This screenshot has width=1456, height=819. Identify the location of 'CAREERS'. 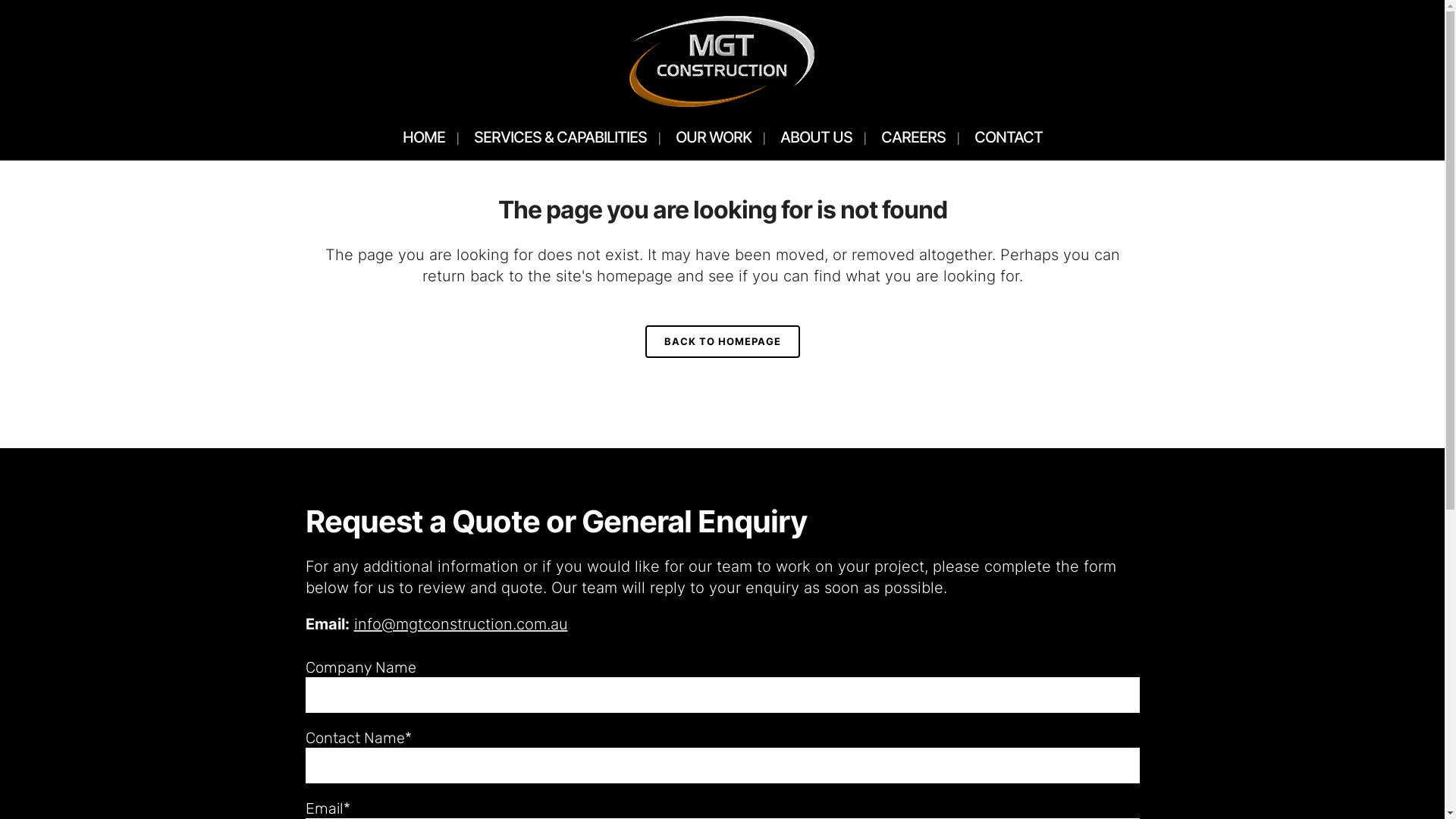
(912, 137).